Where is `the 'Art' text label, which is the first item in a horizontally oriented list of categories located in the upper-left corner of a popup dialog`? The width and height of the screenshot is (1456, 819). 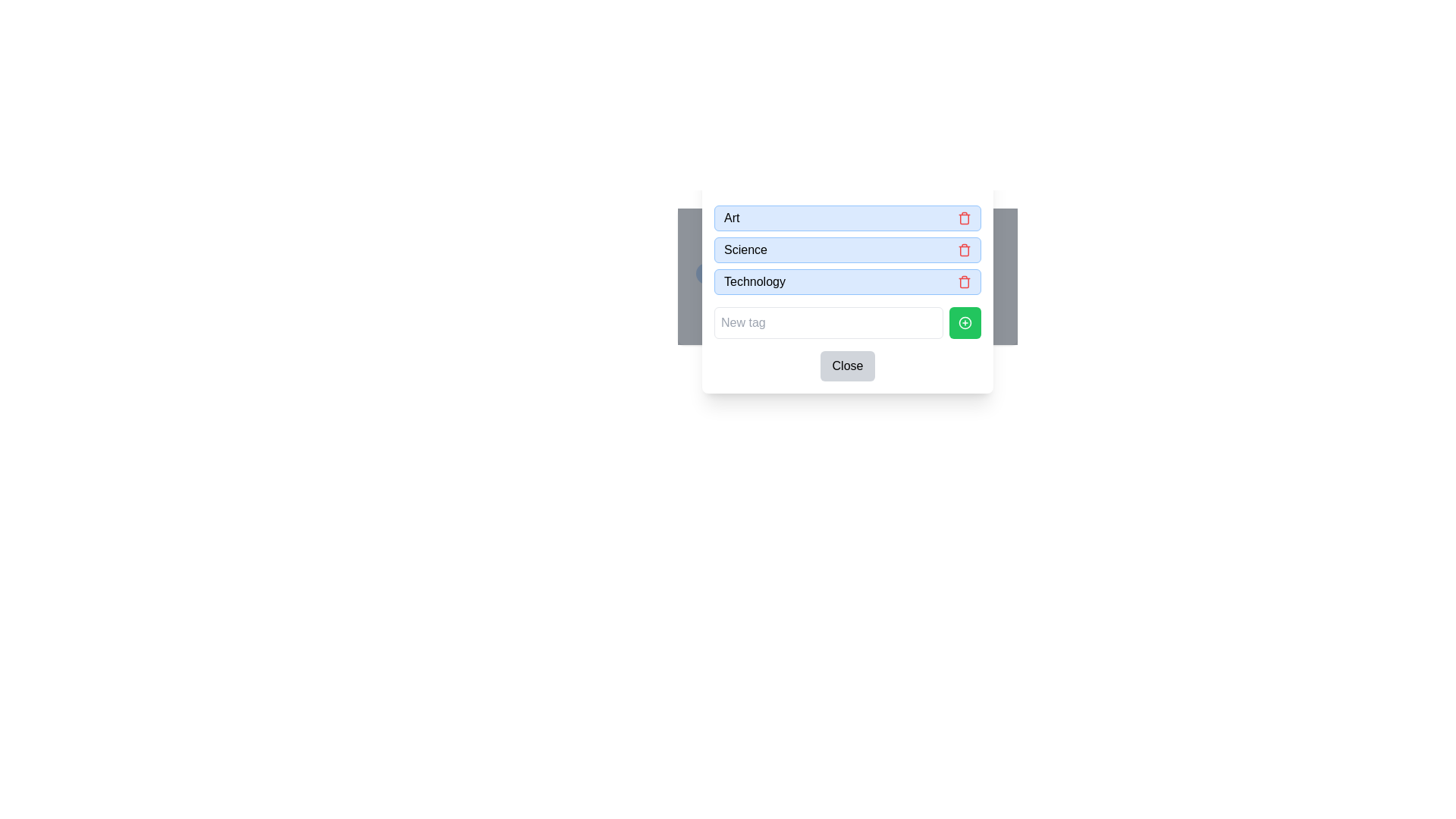 the 'Art' text label, which is the first item in a horizontally oriented list of categories located in the upper-left corner of a popup dialog is located at coordinates (732, 218).